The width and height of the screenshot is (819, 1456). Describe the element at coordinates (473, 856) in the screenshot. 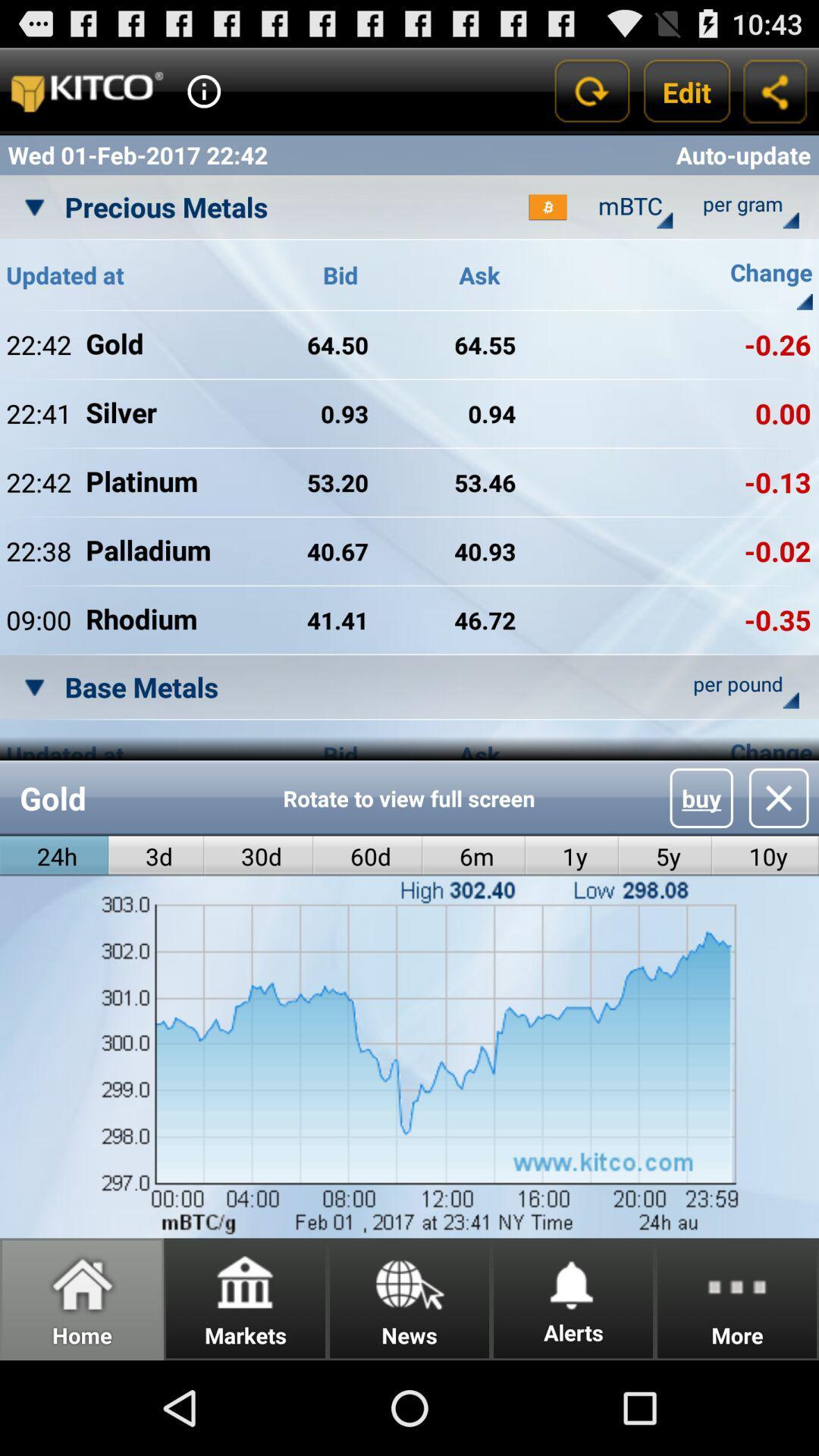

I see `icon next to 1y icon` at that location.